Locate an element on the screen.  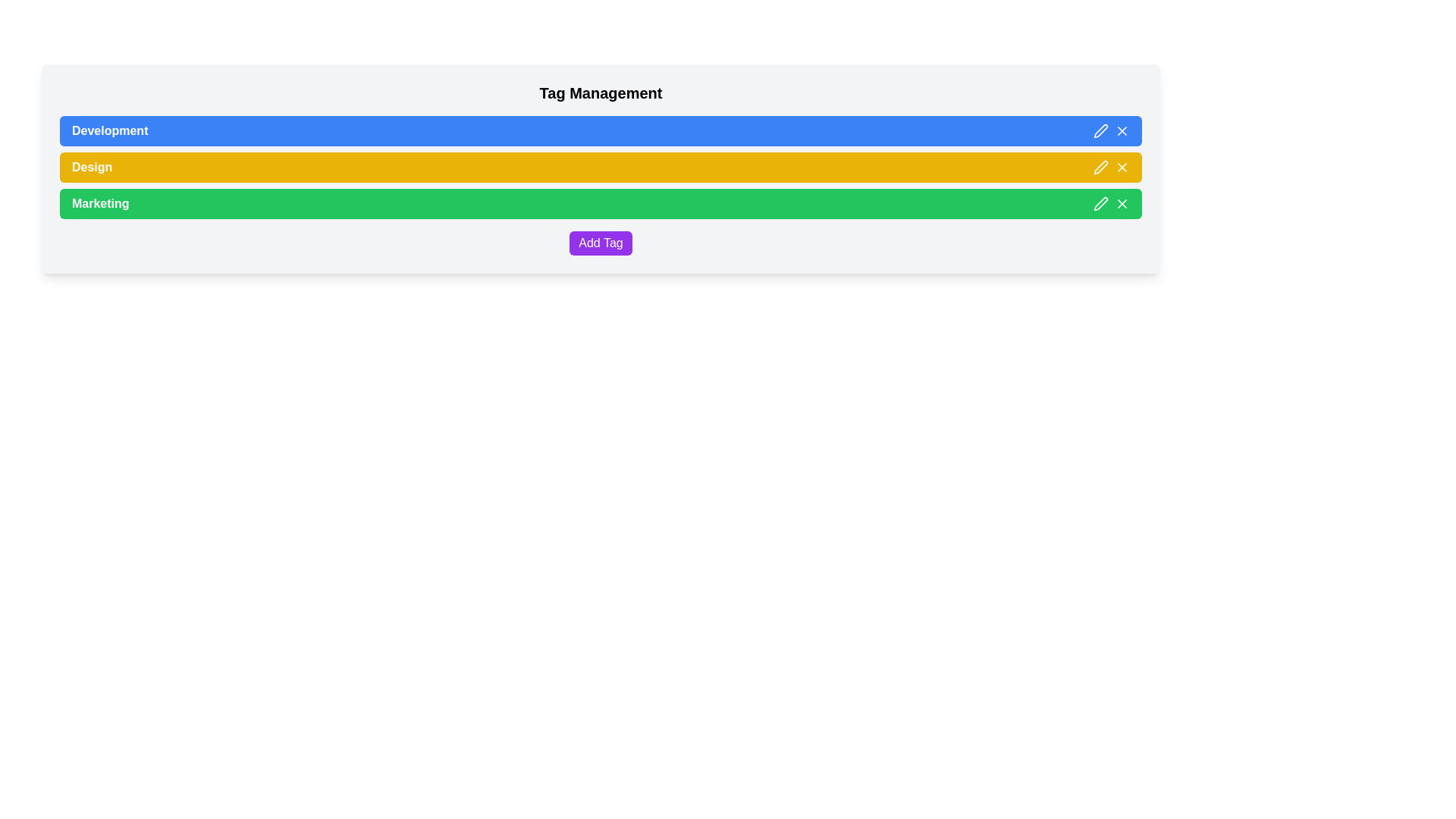
the diagonal cross icon located in the green-colored row labeled 'Marketing' is located at coordinates (1122, 203).